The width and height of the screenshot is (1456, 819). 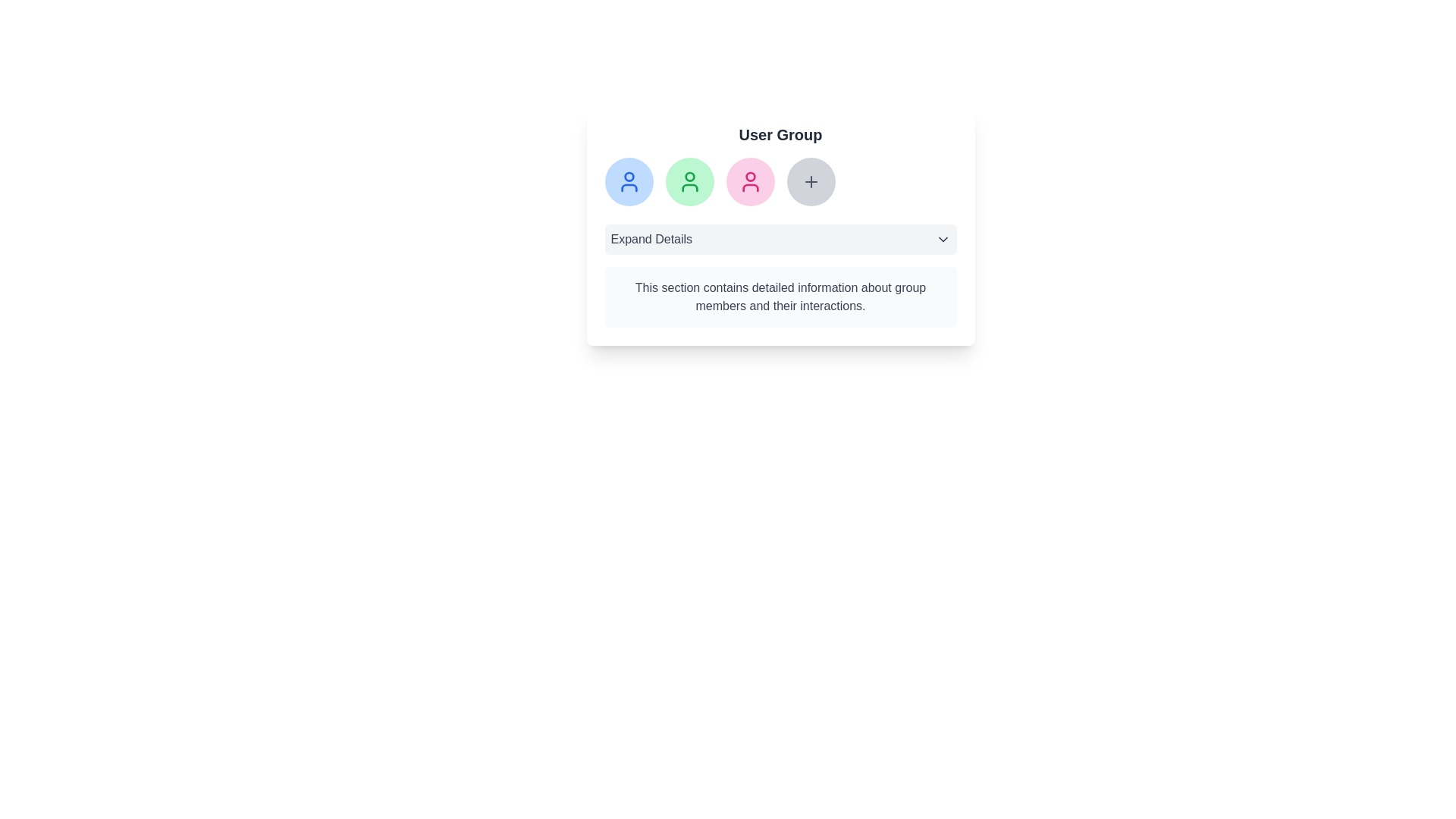 What do you see at coordinates (750, 180) in the screenshot?
I see `the user avatar component, which is the third circular icon in a horizontal row` at bounding box center [750, 180].